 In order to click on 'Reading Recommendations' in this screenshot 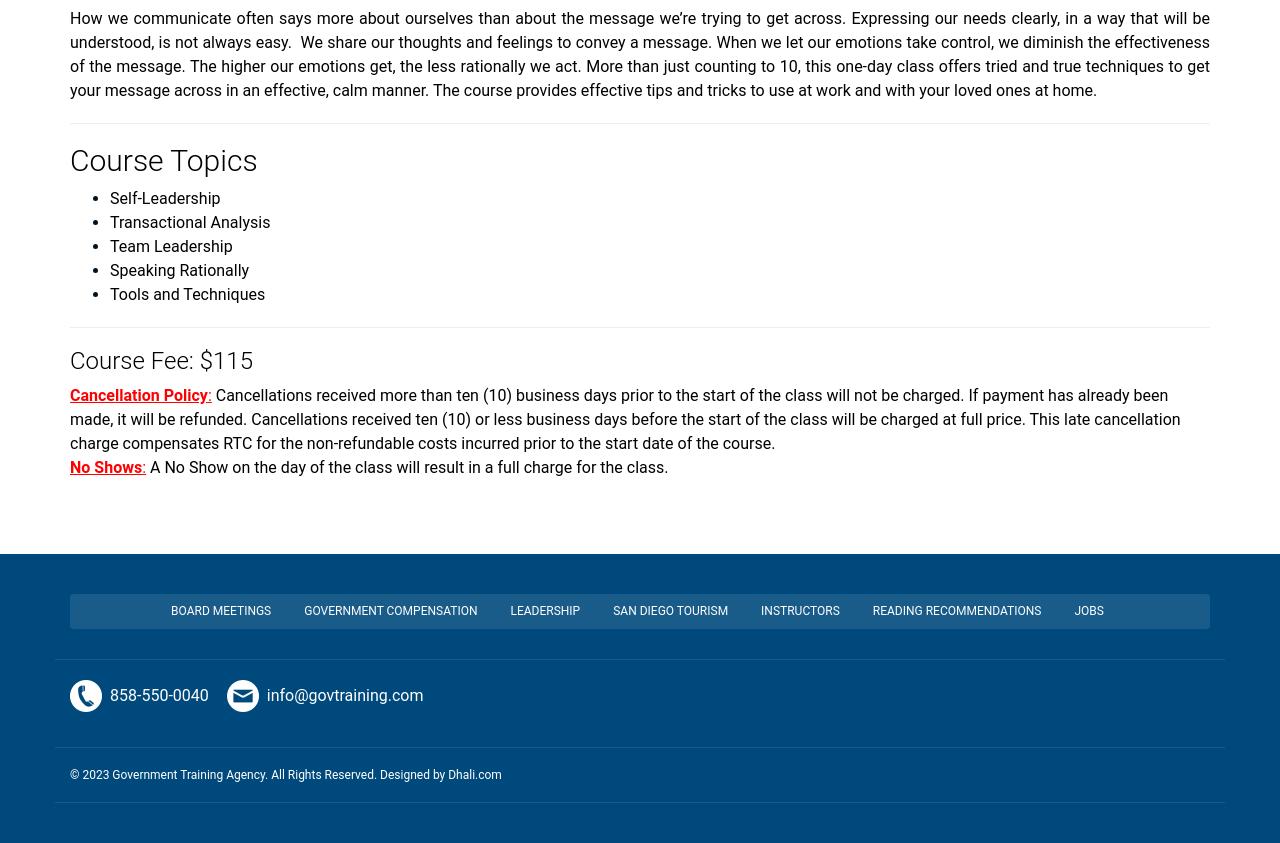, I will do `click(955, 610)`.